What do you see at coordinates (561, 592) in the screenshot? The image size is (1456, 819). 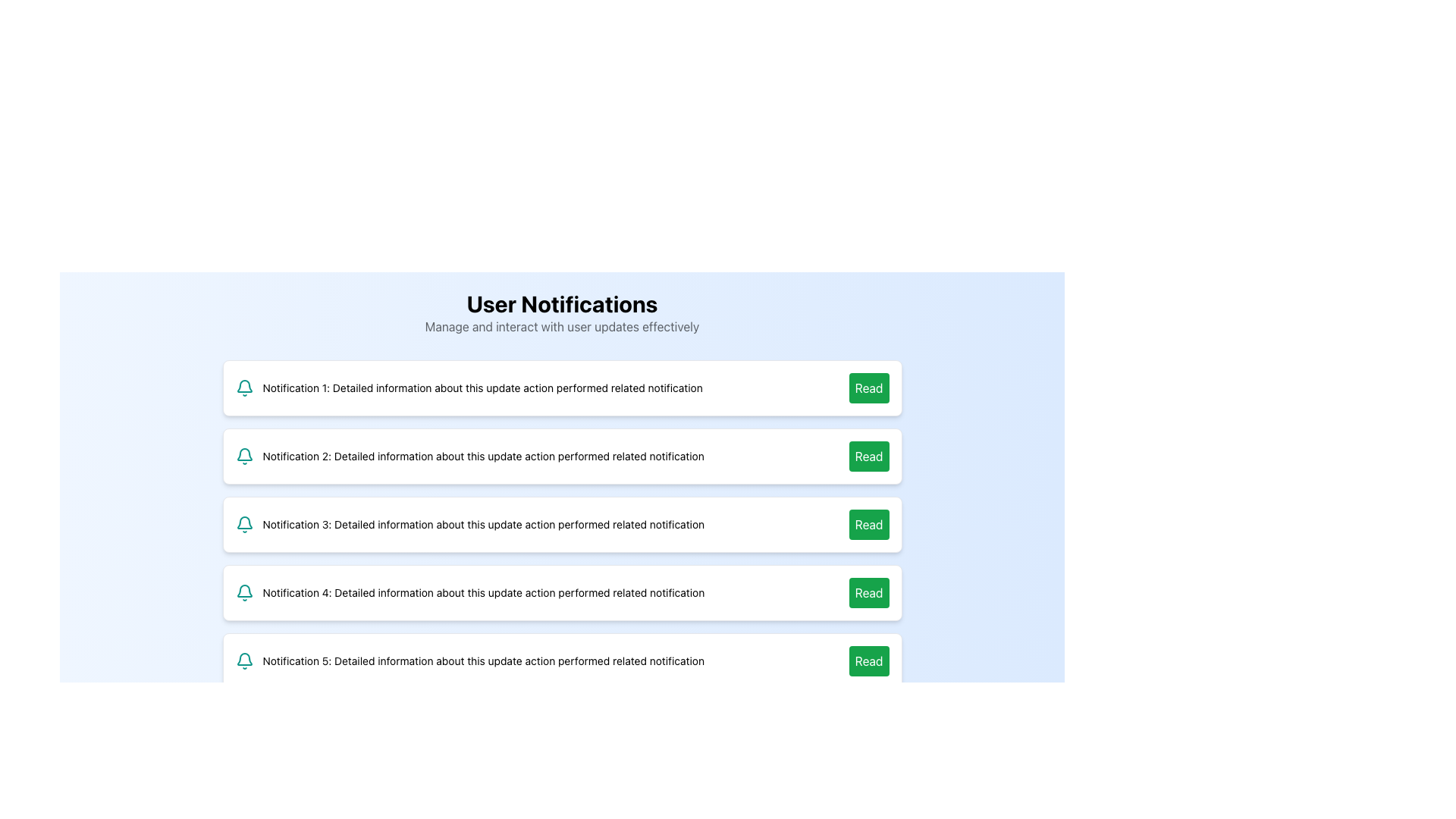 I see `the fourth notification card in the vertical list to focus on it, which displays information about a specific update or action` at bounding box center [561, 592].